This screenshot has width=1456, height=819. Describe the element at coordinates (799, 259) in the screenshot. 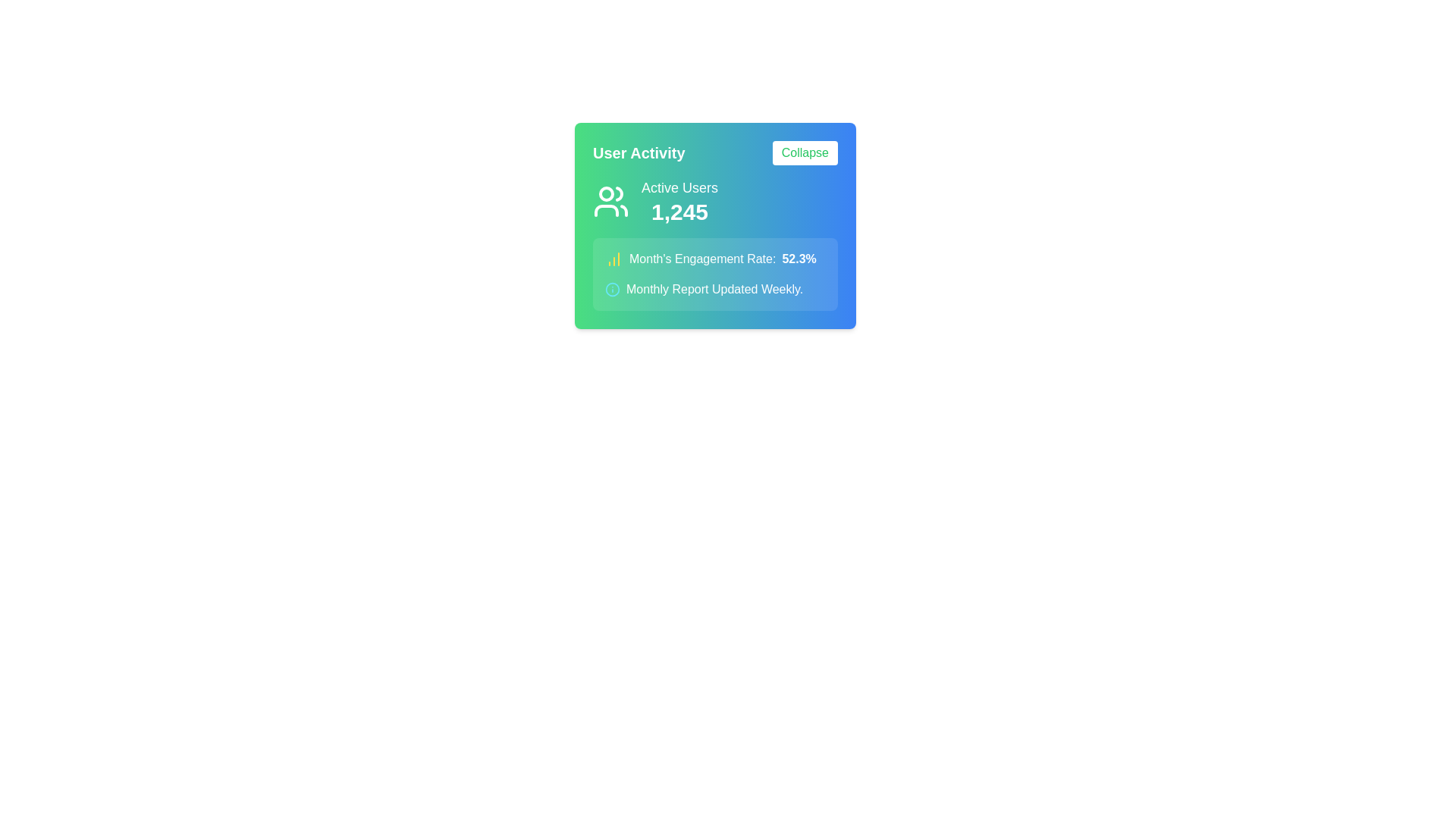

I see `the Text label displaying '52.3%' in bold, white typography, which is located in the 'User Activity' card section, under 'Month's Engagement Rate:' and to the right of the yellow chart icon` at that location.